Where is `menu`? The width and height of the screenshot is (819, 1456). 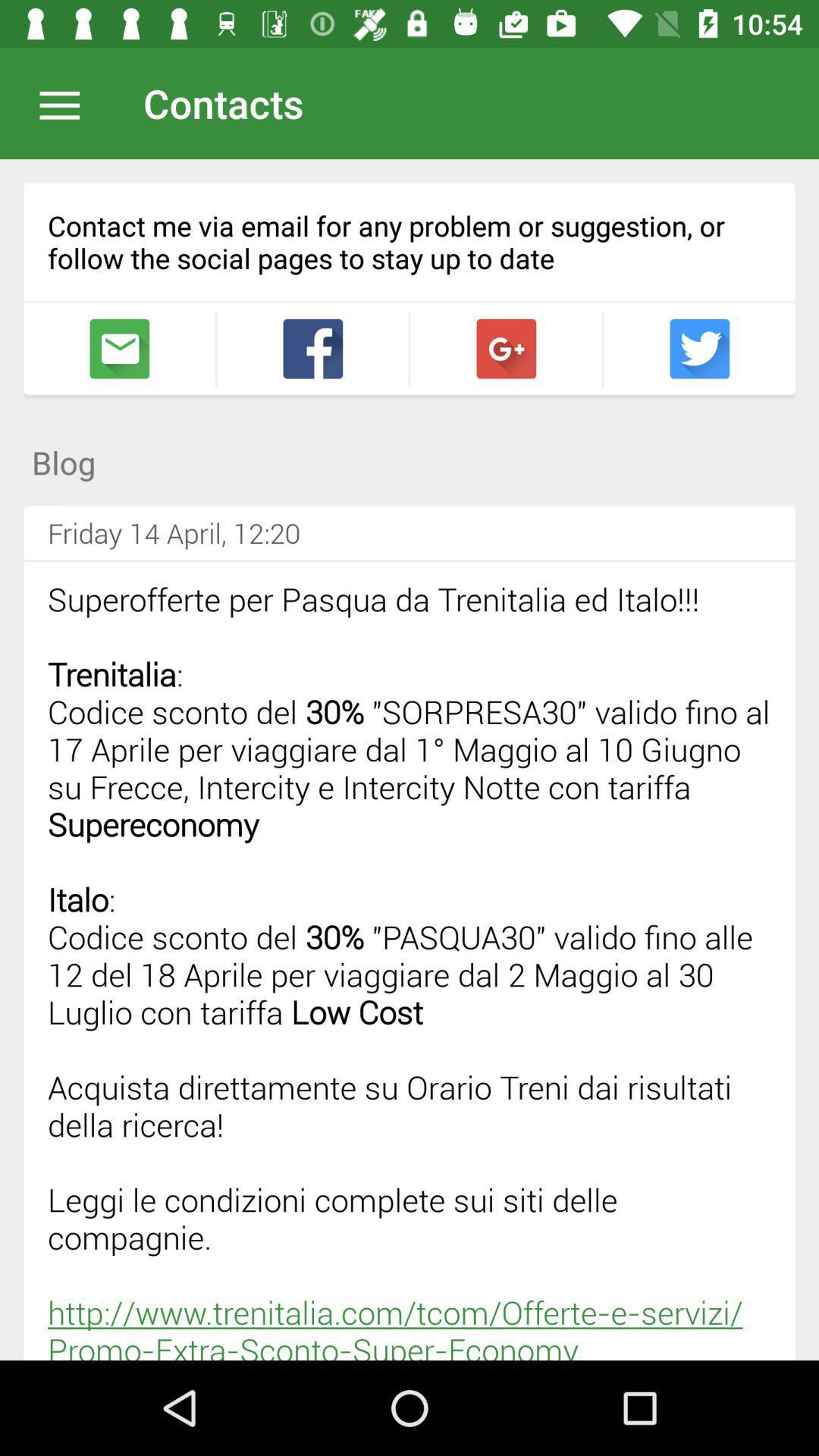
menu is located at coordinates (67, 102).